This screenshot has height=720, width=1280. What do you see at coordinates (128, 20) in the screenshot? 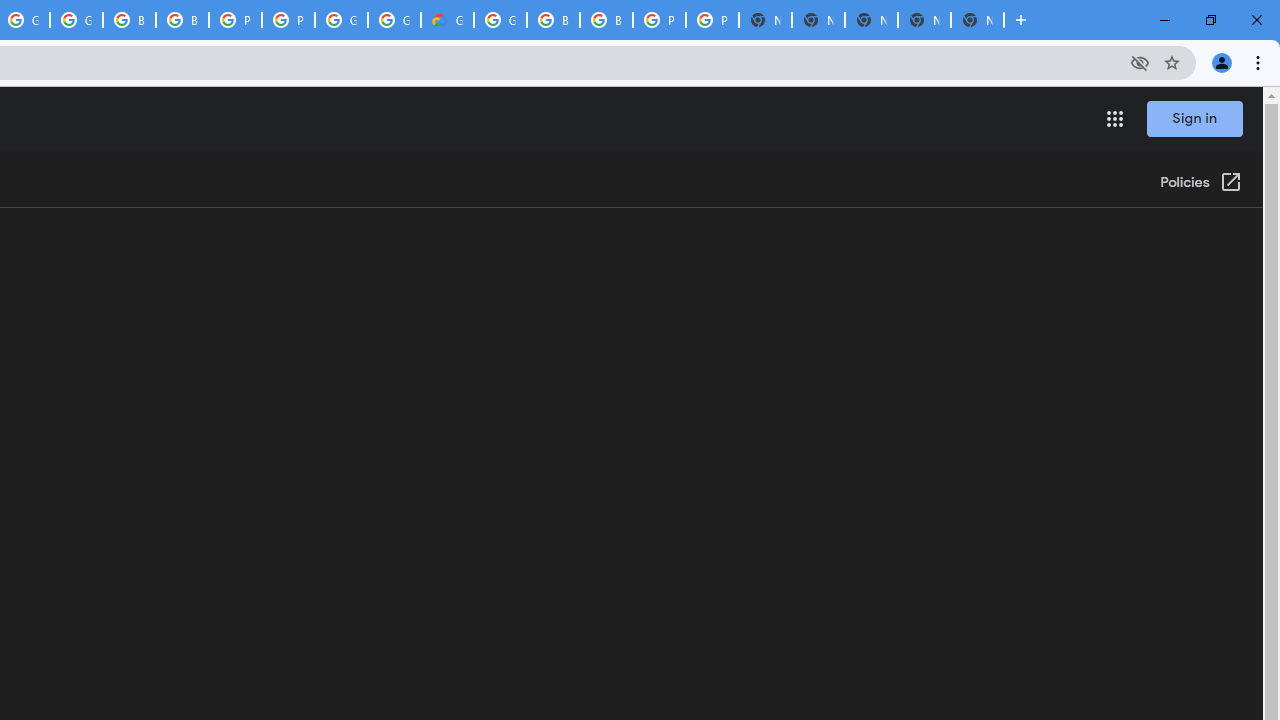
I see `'Browse Chrome as a guest - Computer - Google Chrome Help'` at bounding box center [128, 20].